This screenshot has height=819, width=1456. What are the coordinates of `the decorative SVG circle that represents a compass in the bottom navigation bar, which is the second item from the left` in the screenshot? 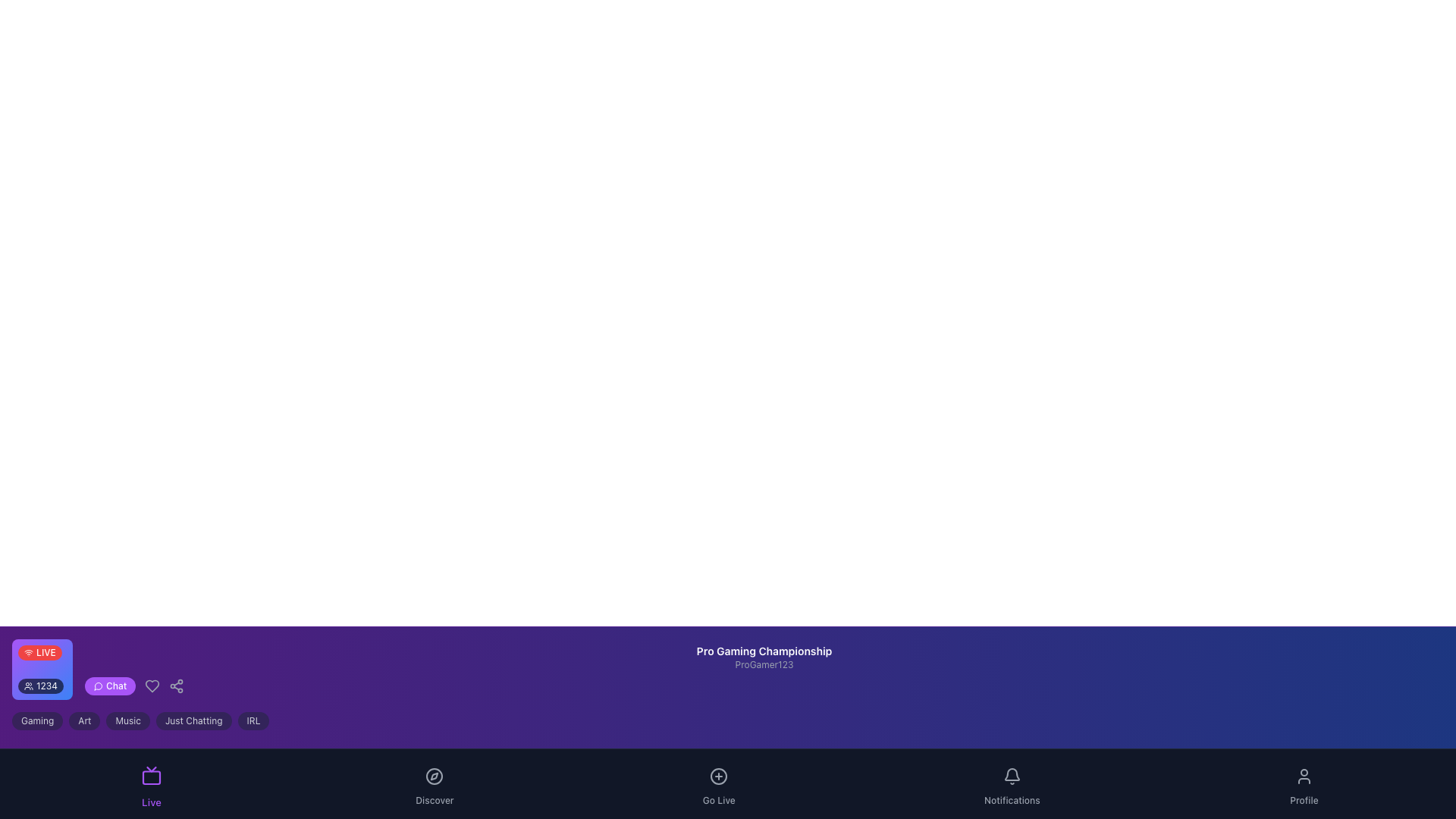 It's located at (434, 776).